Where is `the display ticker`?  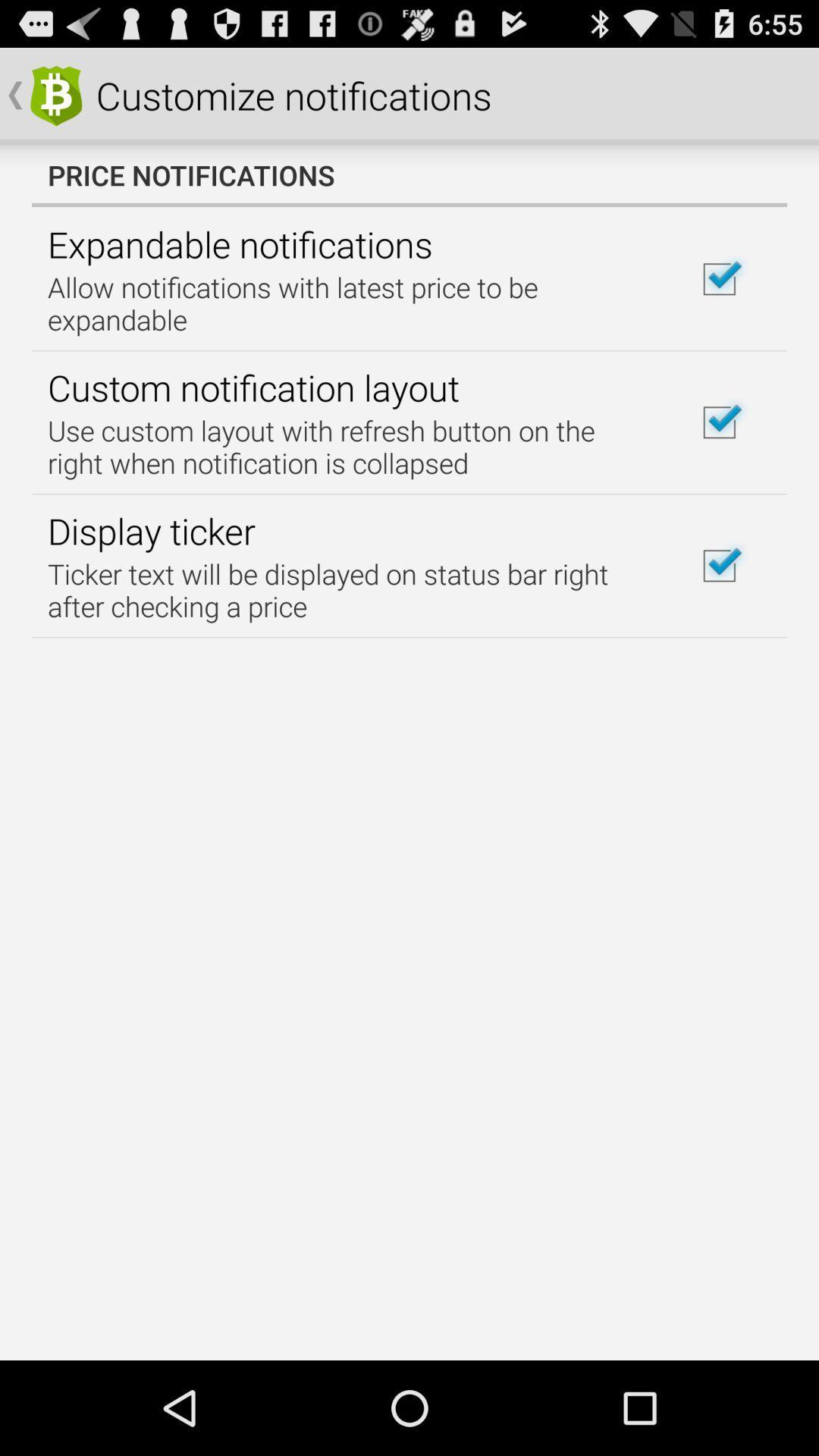 the display ticker is located at coordinates (151, 531).